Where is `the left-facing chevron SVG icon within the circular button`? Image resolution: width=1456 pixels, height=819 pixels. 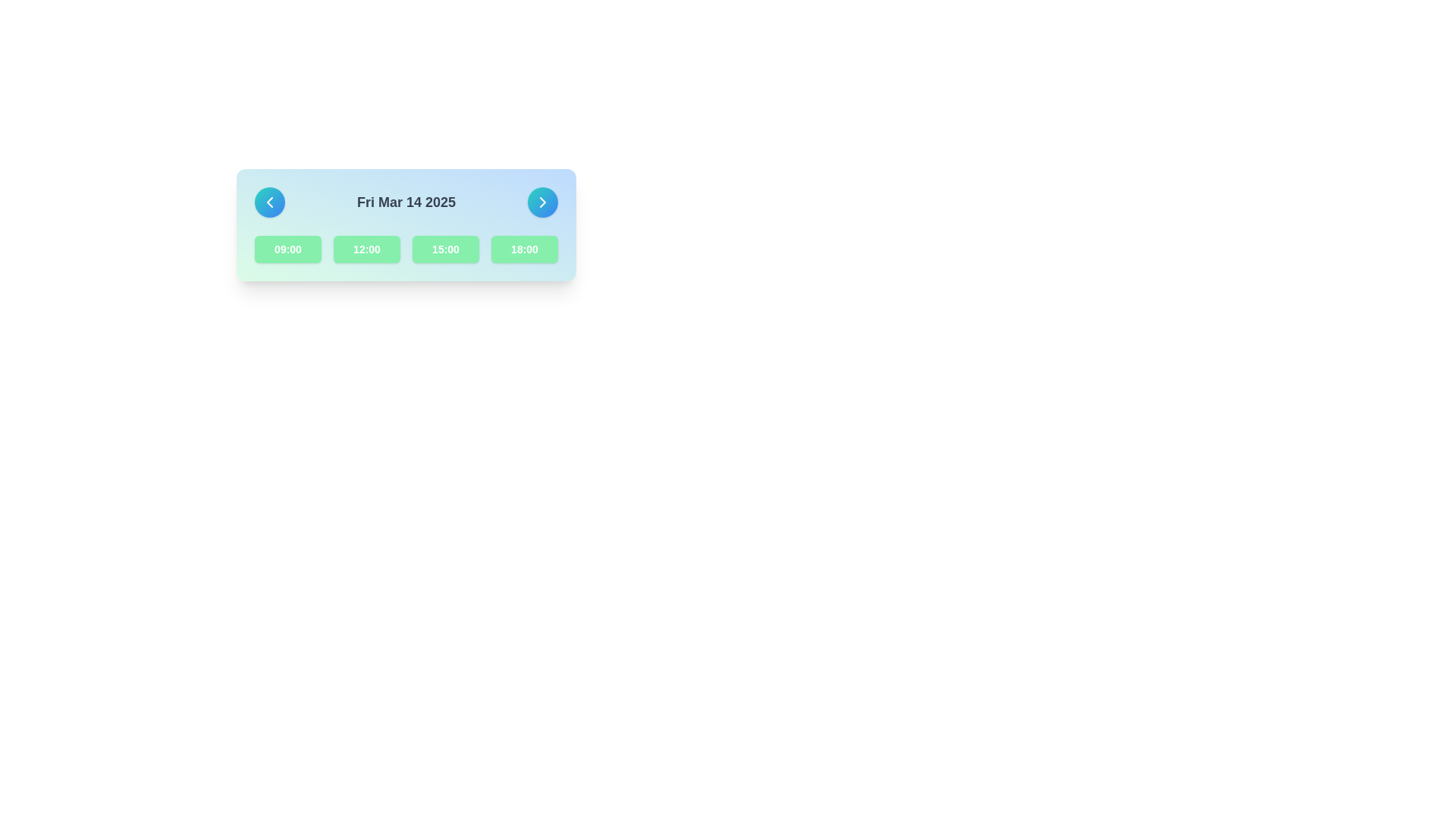
the left-facing chevron SVG icon within the circular button is located at coordinates (269, 201).